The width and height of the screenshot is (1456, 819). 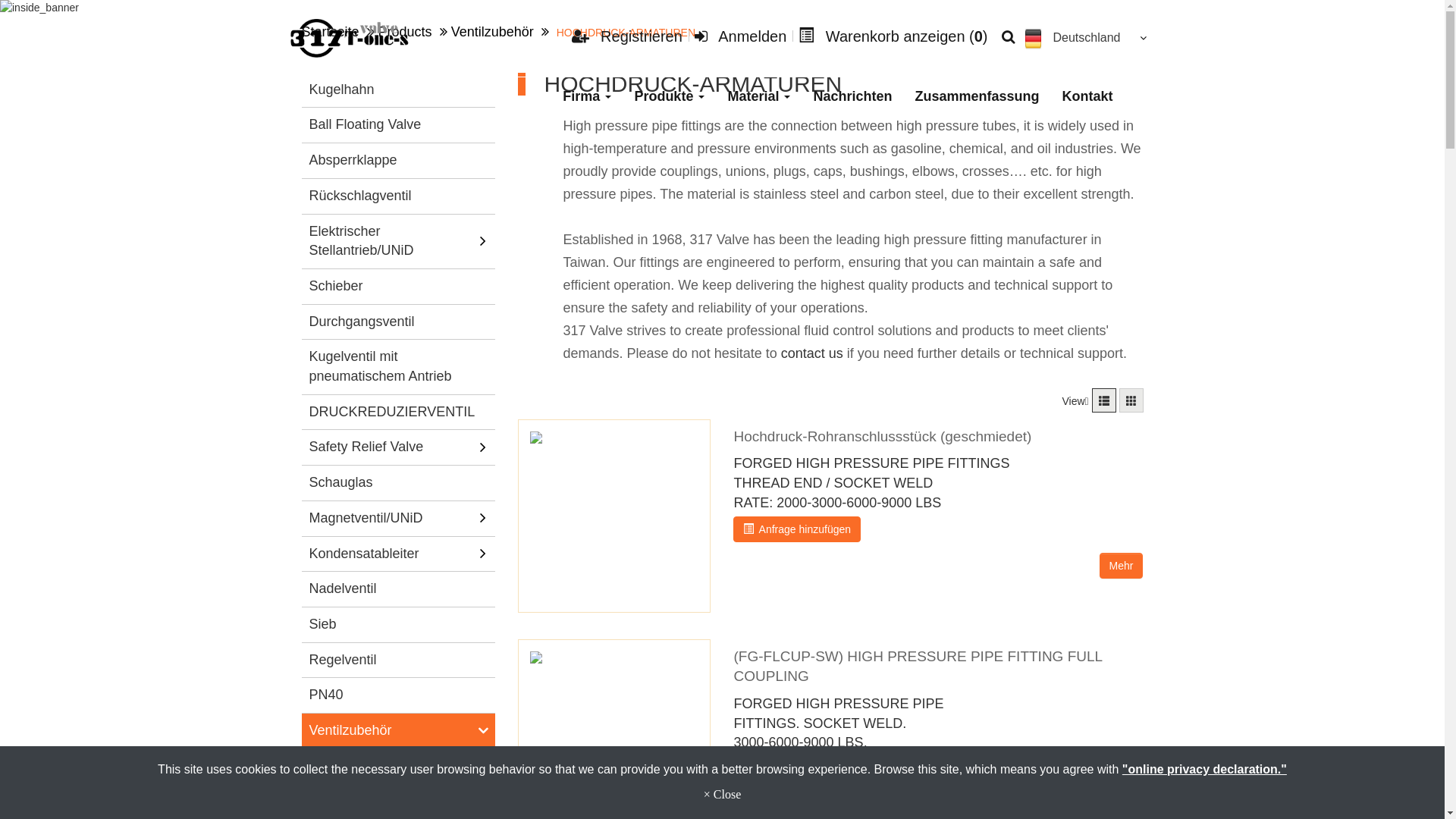 I want to click on 'Nadelventil', so click(x=397, y=588).